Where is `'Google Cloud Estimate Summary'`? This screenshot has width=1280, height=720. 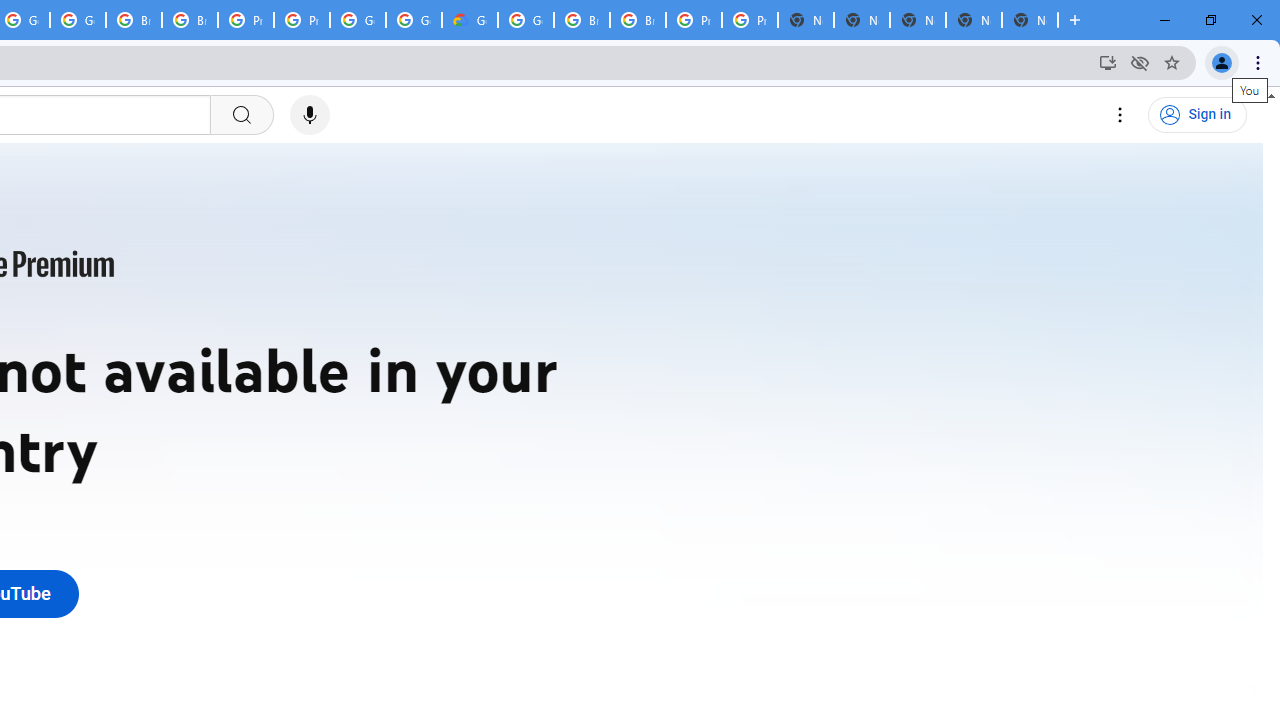 'Google Cloud Estimate Summary' is located at coordinates (468, 20).